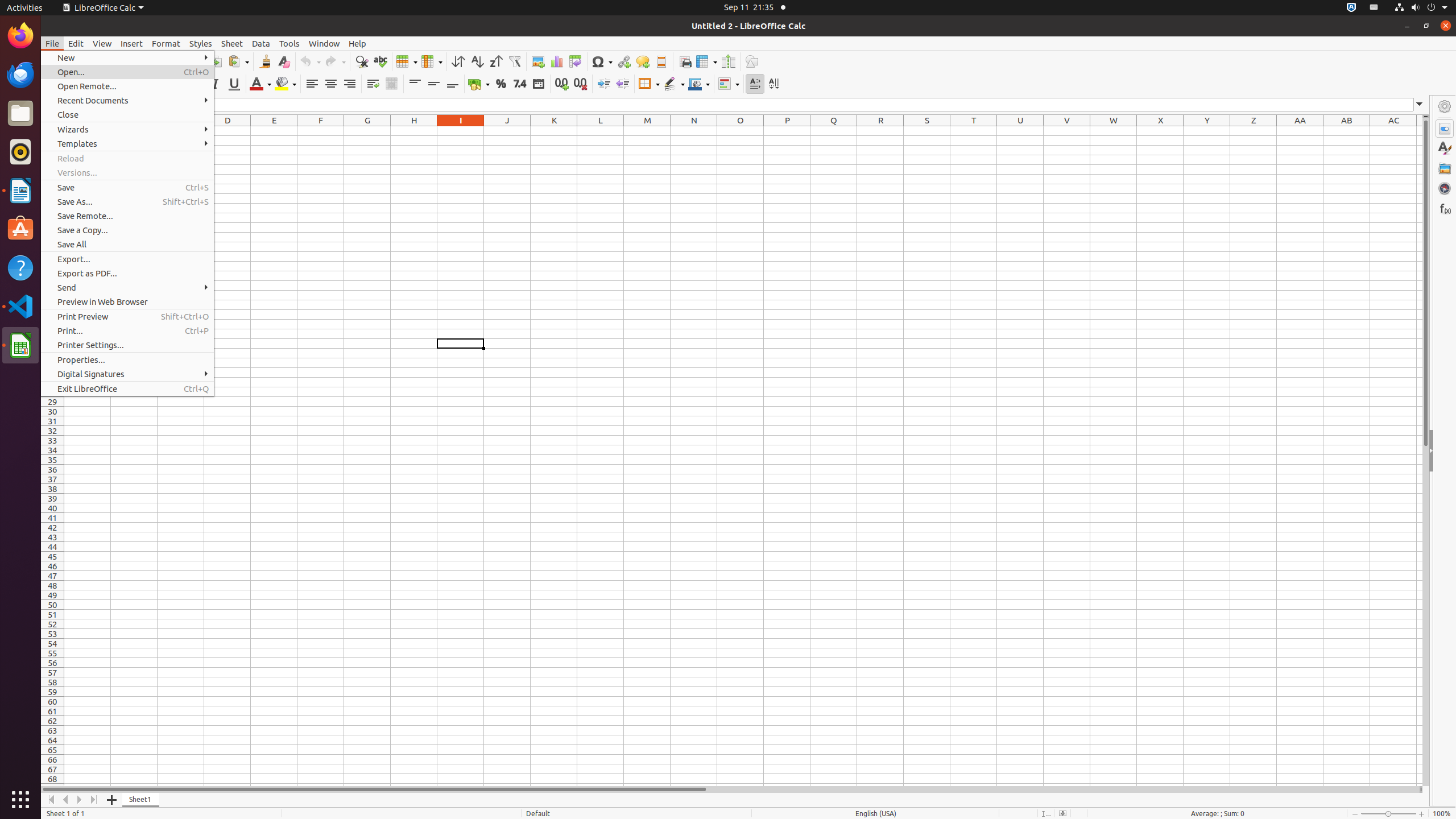 The image size is (1456, 819). Describe the element at coordinates (415, 83) in the screenshot. I see `'Align Top'` at that location.